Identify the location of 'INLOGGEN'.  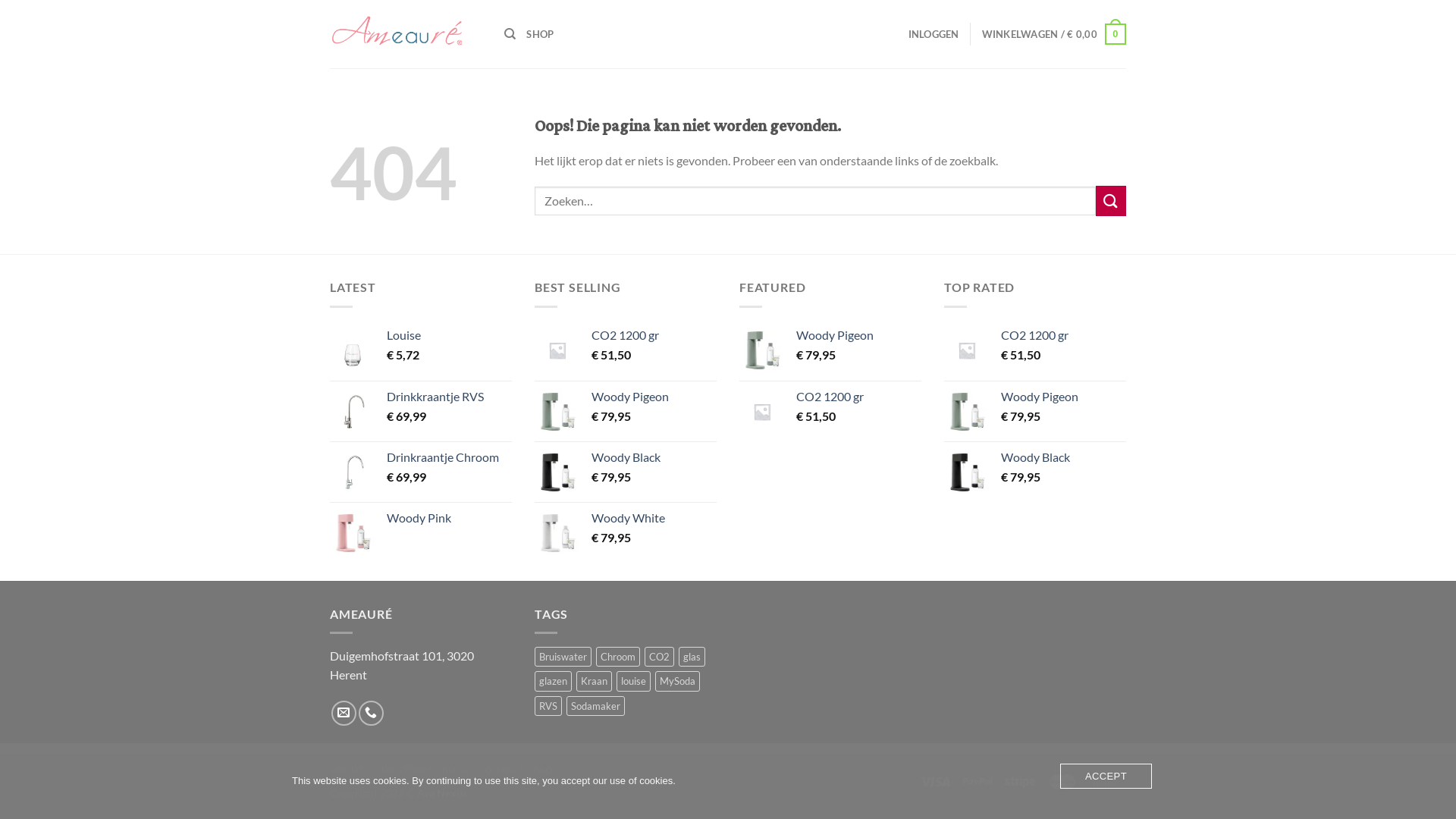
(933, 34).